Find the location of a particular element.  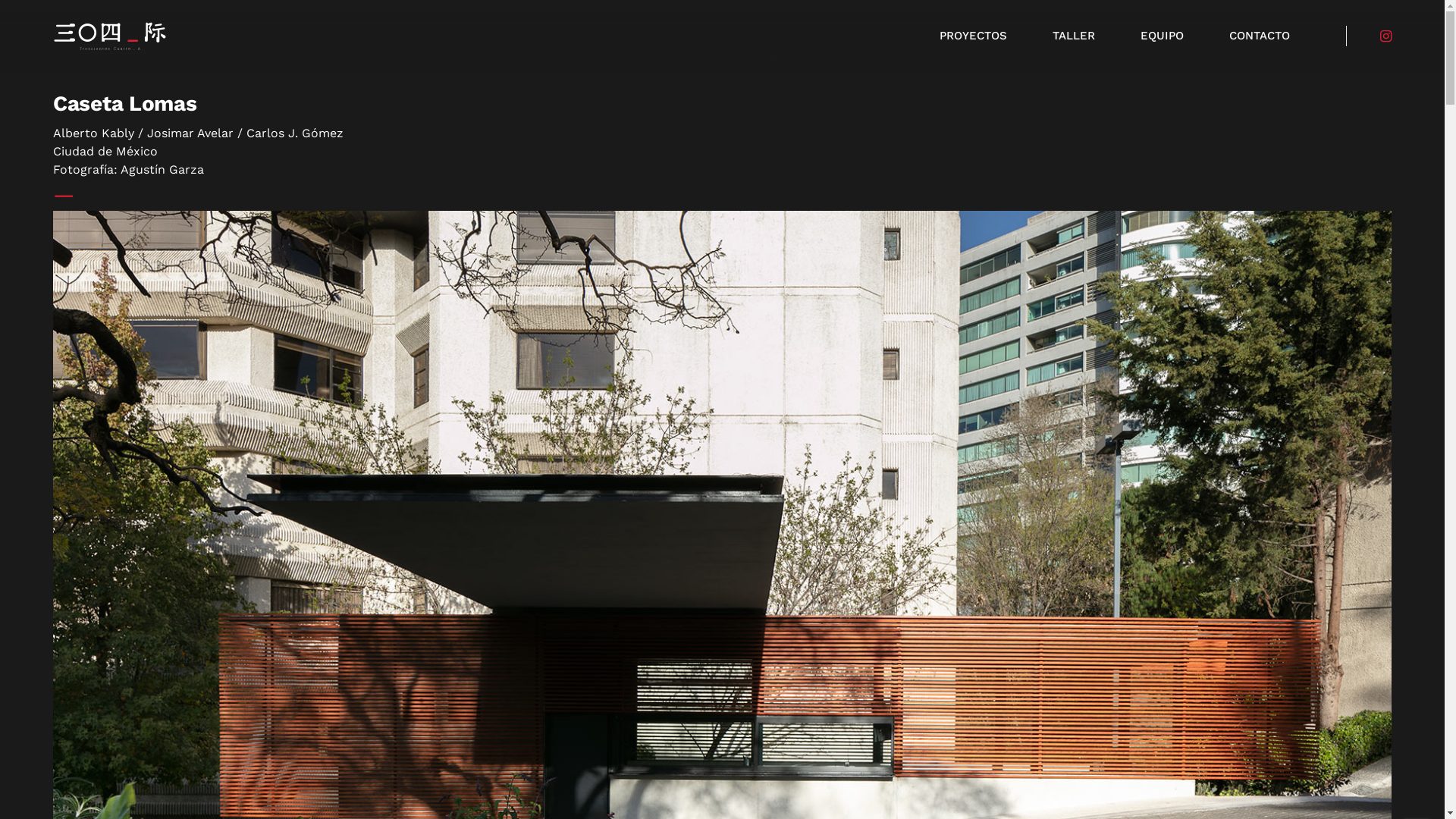

'CONTACTO' is located at coordinates (1259, 35).